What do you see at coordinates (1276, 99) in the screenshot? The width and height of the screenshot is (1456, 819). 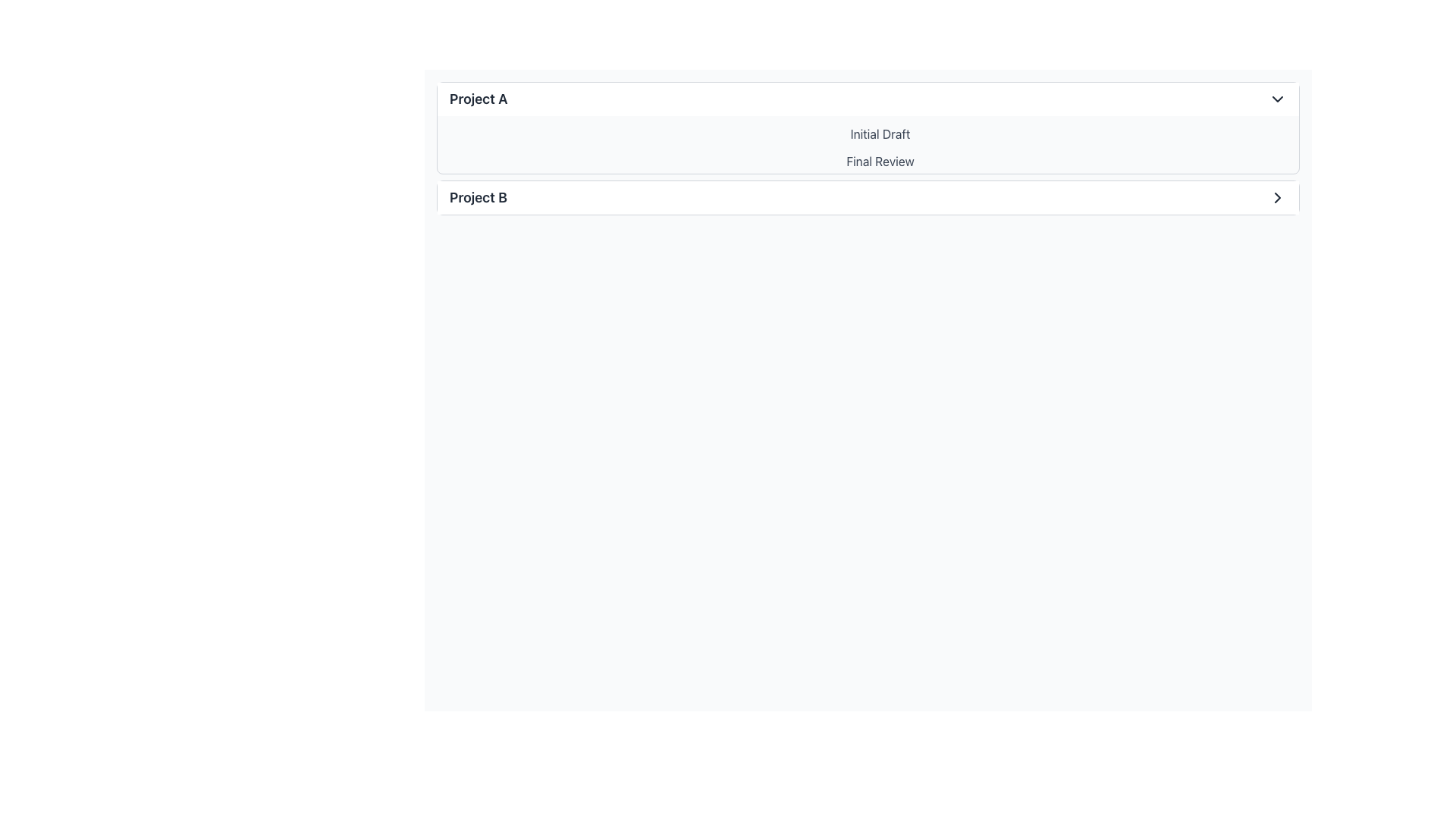 I see `the downward-pointing chevron toggle icon located at the far right of the header labeled 'Project A'` at bounding box center [1276, 99].